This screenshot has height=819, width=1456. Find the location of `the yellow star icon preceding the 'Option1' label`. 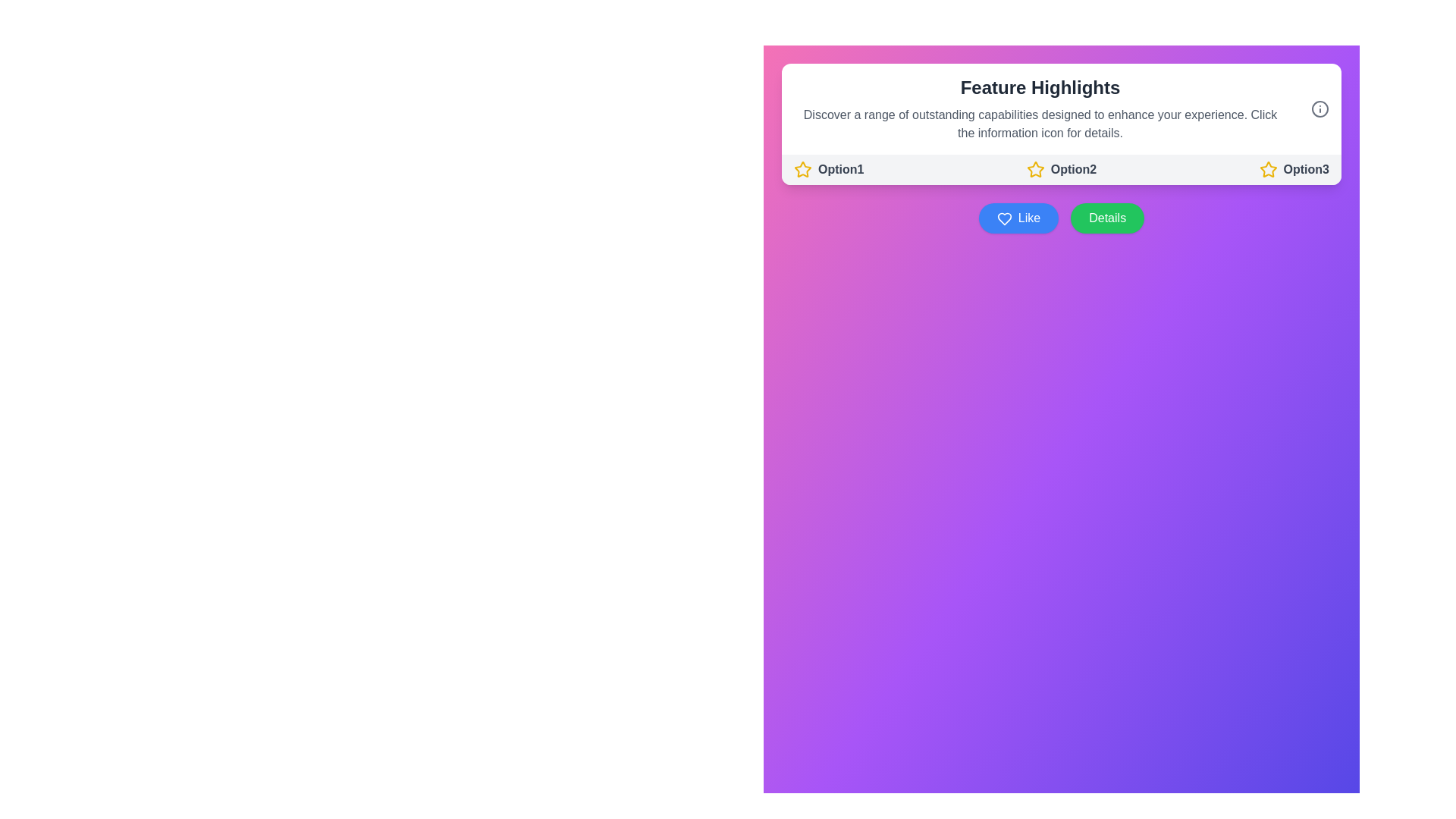

the yellow star icon preceding the 'Option1' label is located at coordinates (828, 169).